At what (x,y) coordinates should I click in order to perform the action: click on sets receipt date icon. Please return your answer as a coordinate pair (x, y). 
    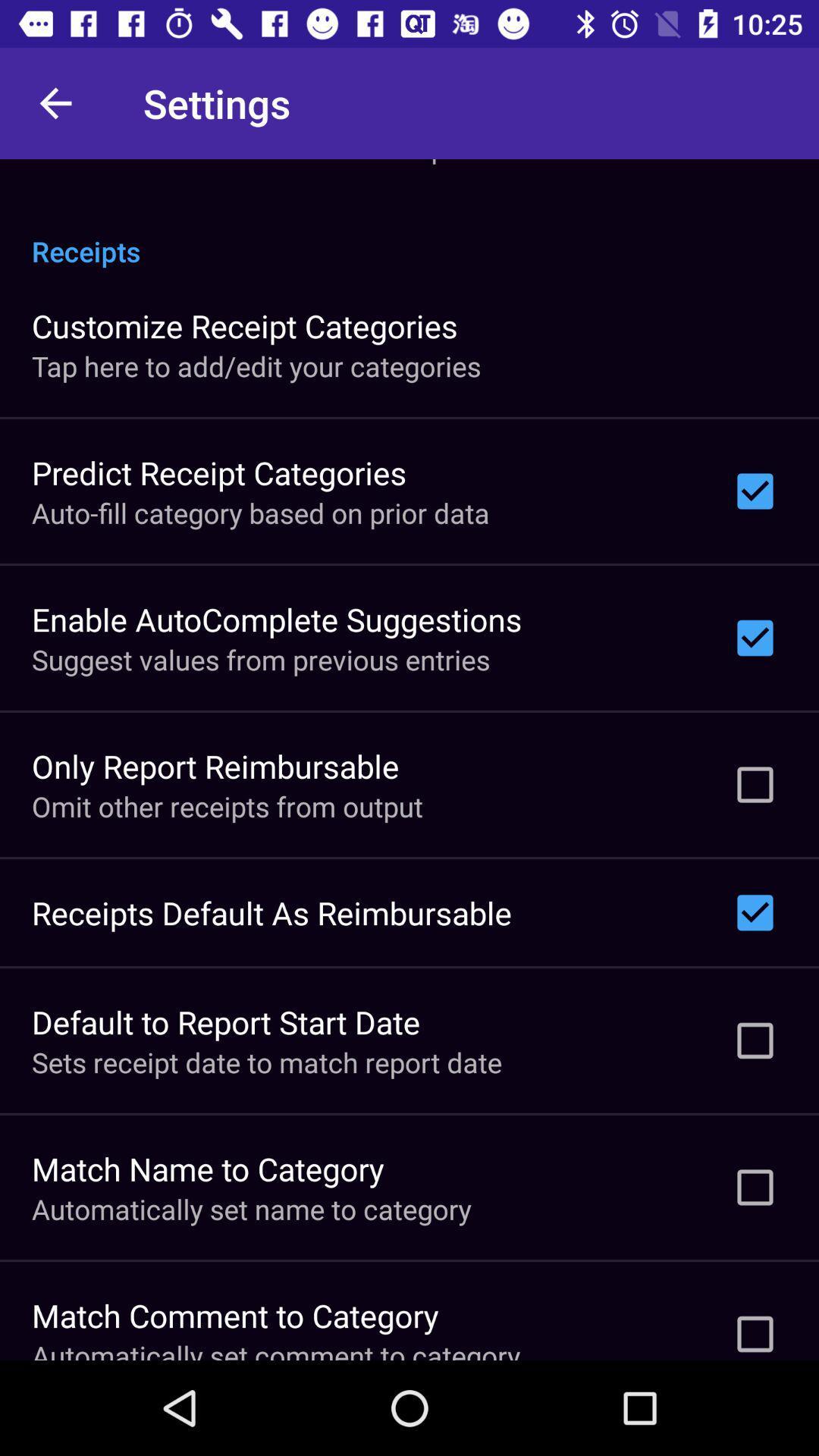
    Looking at the image, I should click on (266, 1062).